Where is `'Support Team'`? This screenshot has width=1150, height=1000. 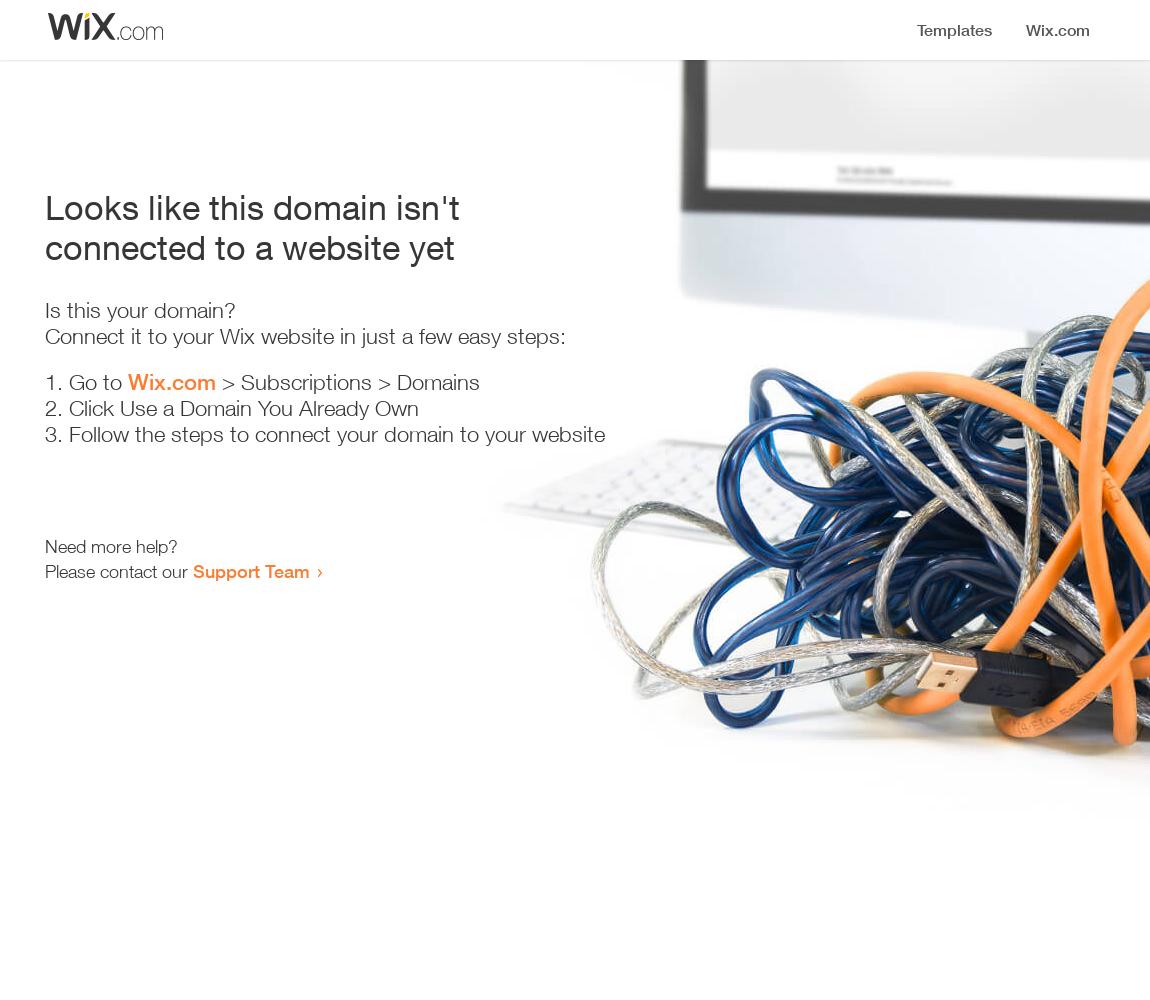
'Support Team' is located at coordinates (250, 570).